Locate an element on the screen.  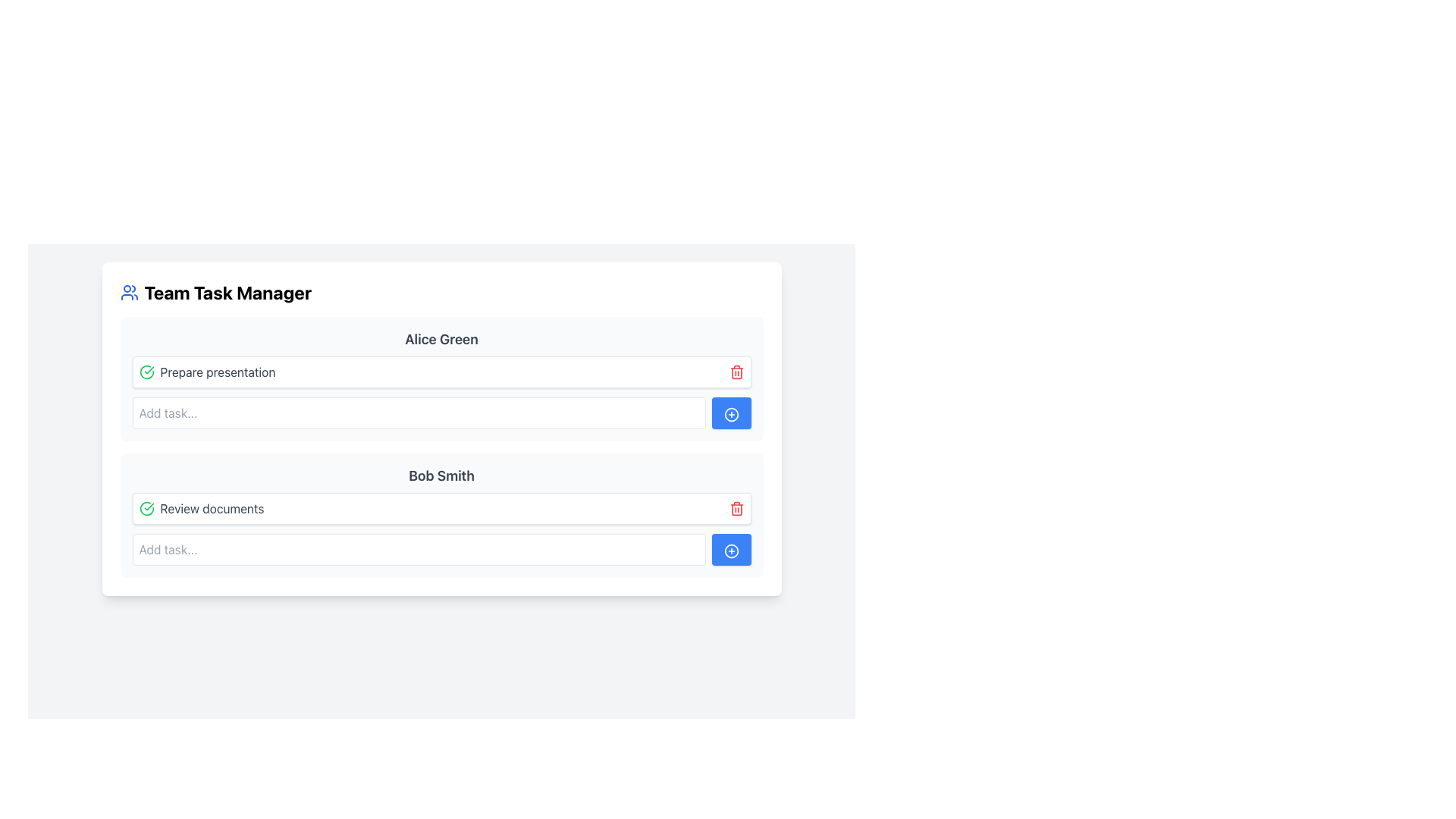
the text input field for adding a new task for 'Alice Green.' is located at coordinates (441, 413).